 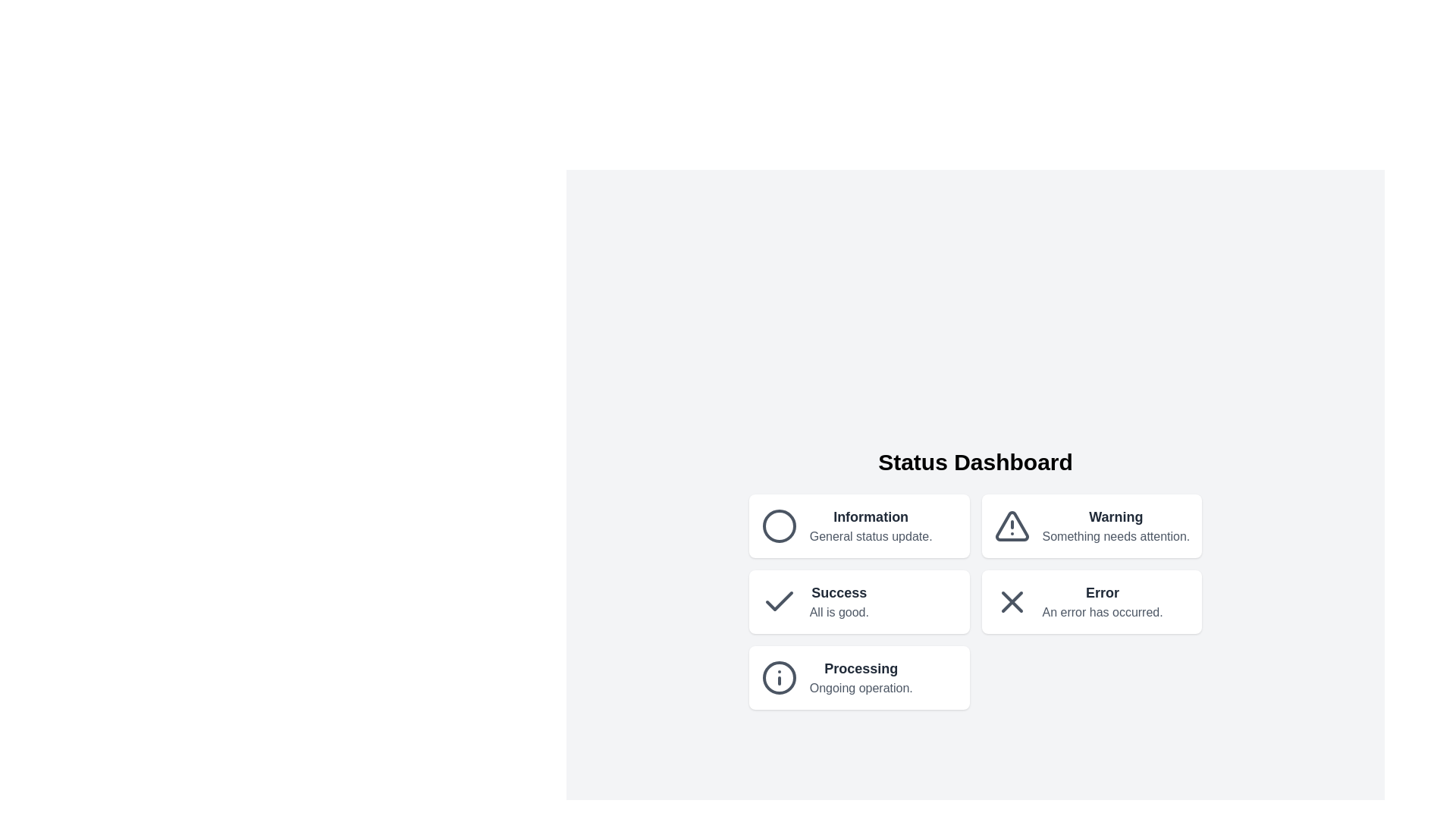 I want to click on the leftmost Informational card in the bottom row of the 2x3 grid within the 'Status Dashboard', which contains an 'i' icon, bold text 'Processing', and smaller text 'Ongoing operation', so click(x=859, y=677).